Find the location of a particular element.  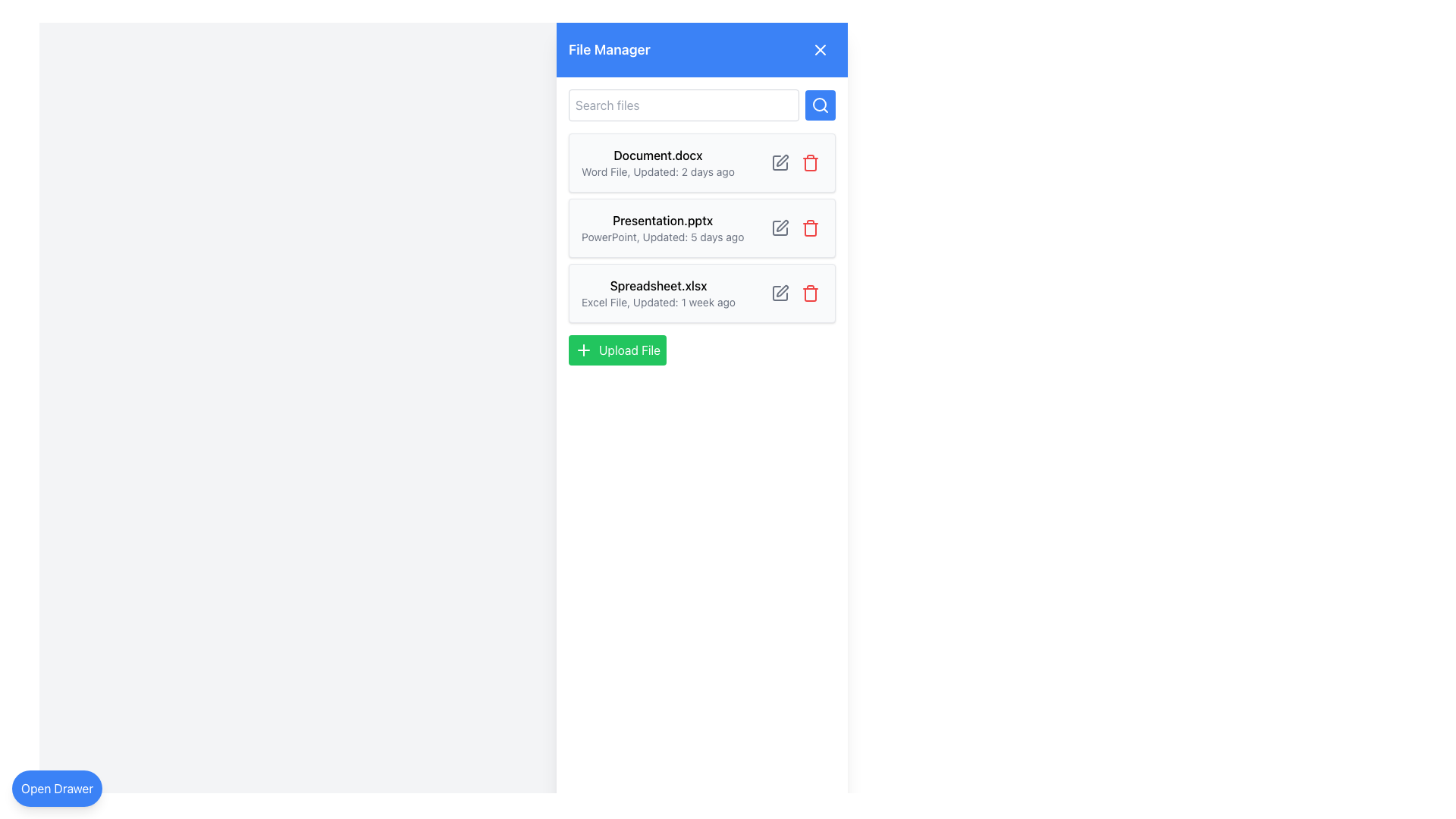

the text label displaying 'Presentation.pptx' in the File Manager interface, which is the second entry in a vertical list of files is located at coordinates (663, 227).